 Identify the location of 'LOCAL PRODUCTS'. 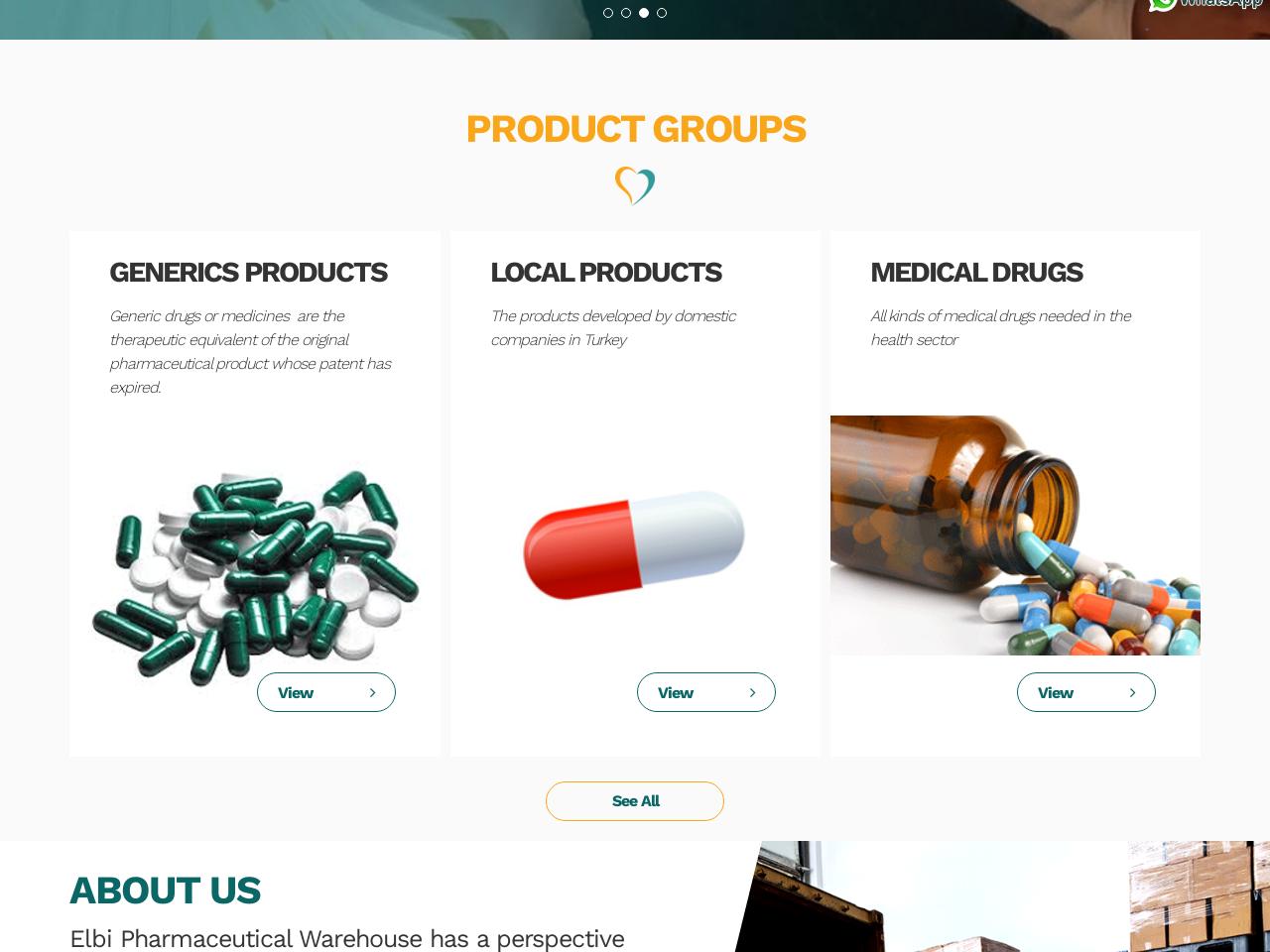
(603, 270).